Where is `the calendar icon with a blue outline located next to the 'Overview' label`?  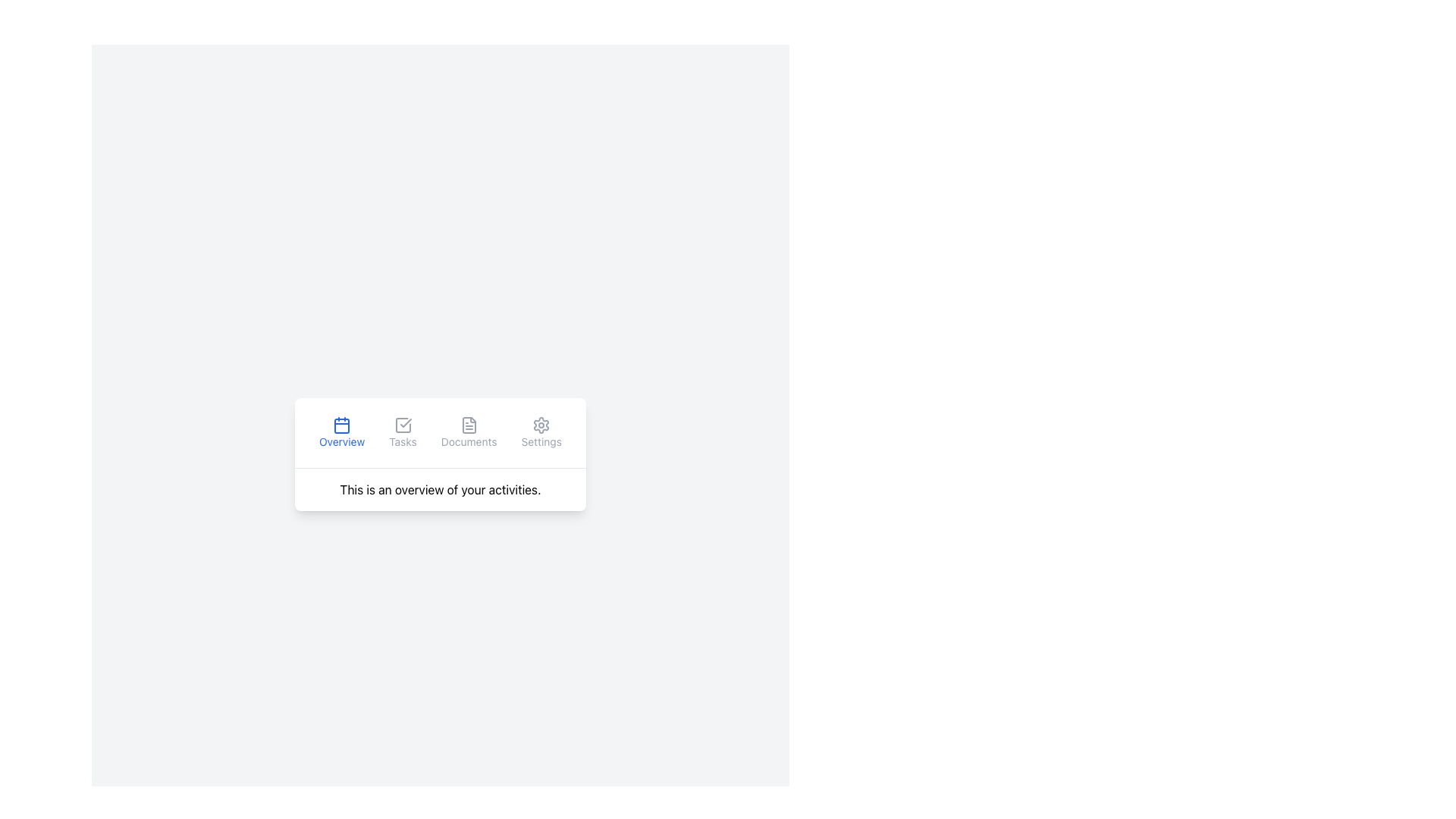
the calendar icon with a blue outline located next to the 'Overview' label is located at coordinates (341, 425).